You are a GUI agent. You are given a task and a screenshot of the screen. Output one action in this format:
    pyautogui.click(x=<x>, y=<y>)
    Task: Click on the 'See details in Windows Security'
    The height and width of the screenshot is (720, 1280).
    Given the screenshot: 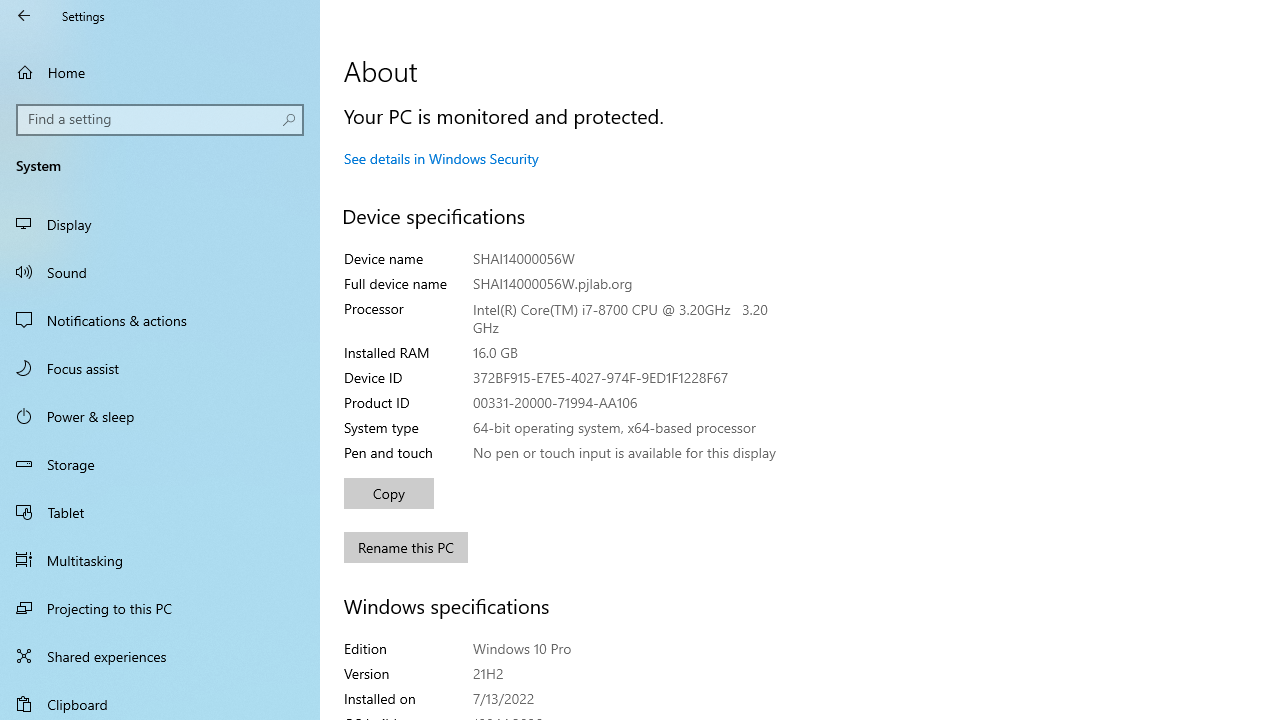 What is the action you would take?
    pyautogui.click(x=440, y=157)
    